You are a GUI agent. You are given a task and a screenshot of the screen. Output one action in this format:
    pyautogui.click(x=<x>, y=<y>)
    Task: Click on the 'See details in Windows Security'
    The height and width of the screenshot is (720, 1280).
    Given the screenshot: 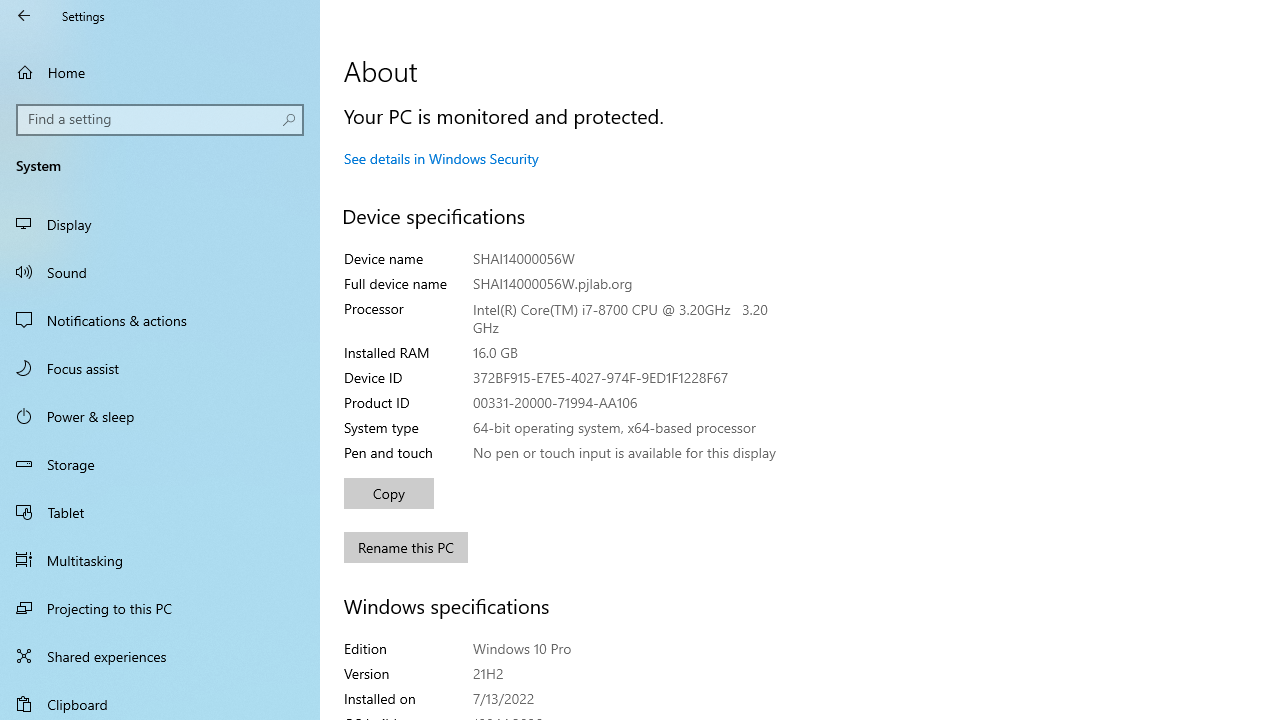 What is the action you would take?
    pyautogui.click(x=440, y=157)
    